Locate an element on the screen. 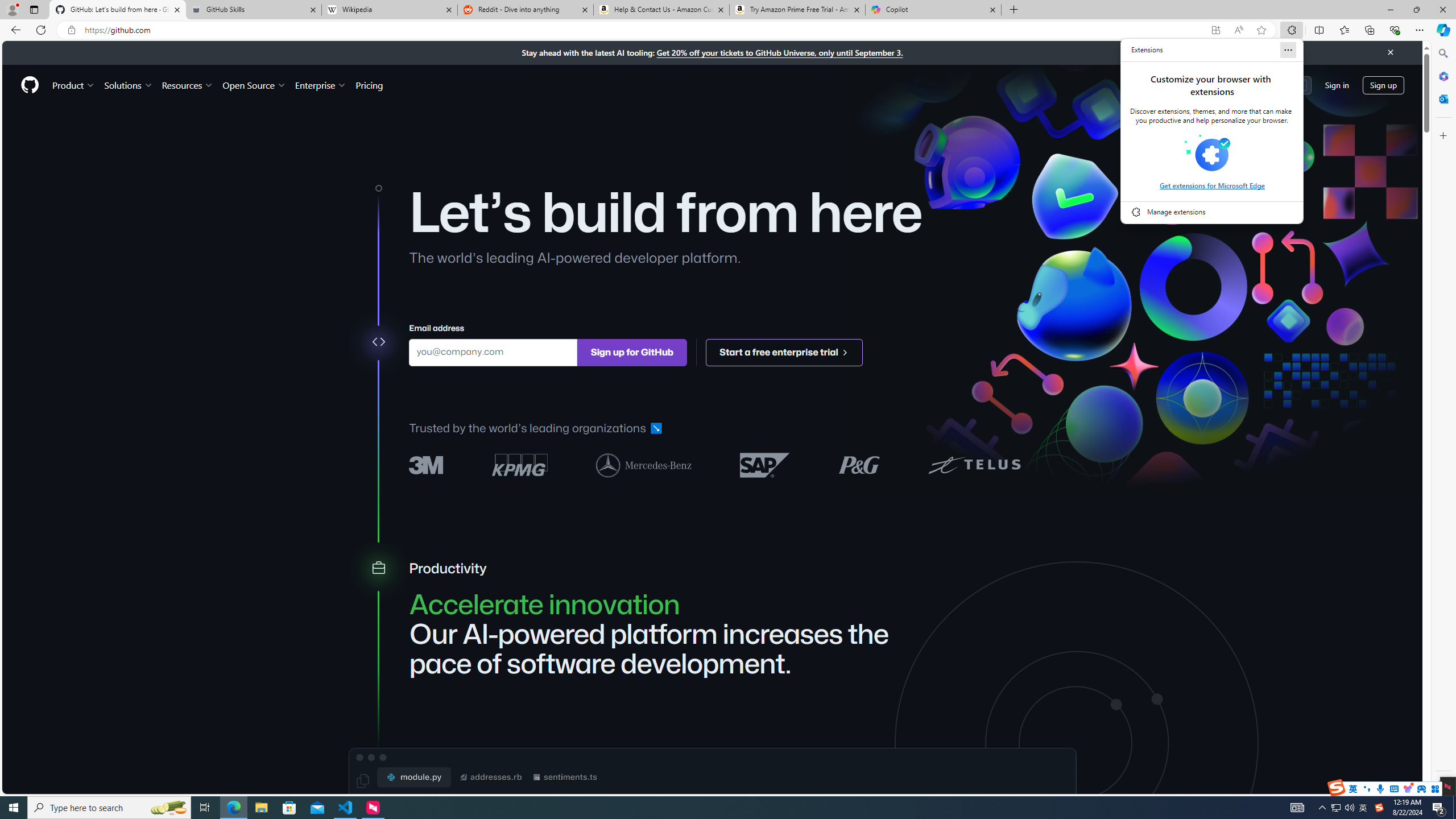 This screenshot has height=819, width=1456. 'Get extensions for Microsoft Edge' is located at coordinates (1212, 185).